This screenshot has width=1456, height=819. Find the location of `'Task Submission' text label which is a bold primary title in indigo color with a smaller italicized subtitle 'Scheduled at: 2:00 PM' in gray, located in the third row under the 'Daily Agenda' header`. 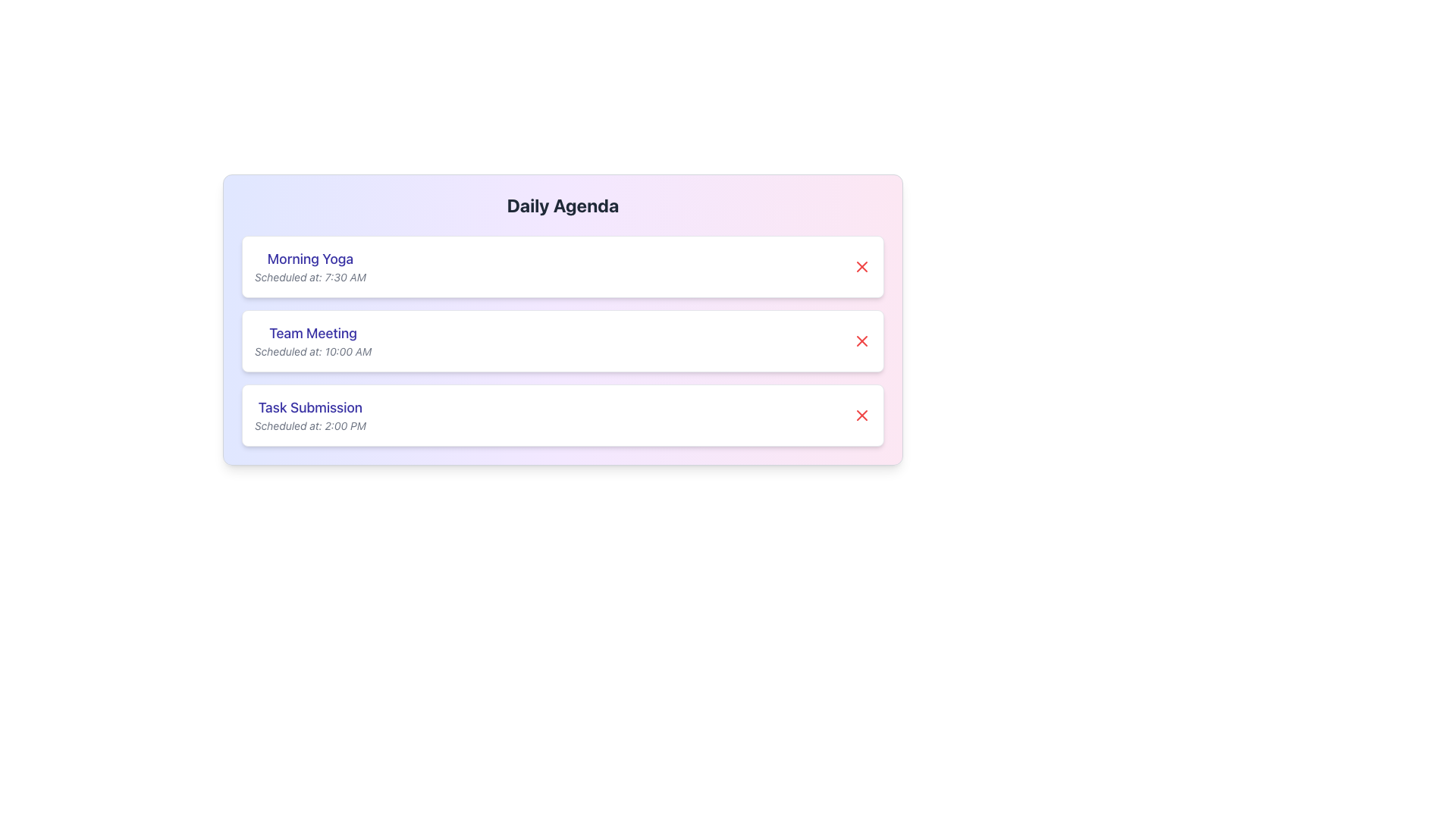

'Task Submission' text label which is a bold primary title in indigo color with a smaller italicized subtitle 'Scheduled at: 2:00 PM' in gray, located in the third row under the 'Daily Agenda' header is located at coordinates (309, 415).